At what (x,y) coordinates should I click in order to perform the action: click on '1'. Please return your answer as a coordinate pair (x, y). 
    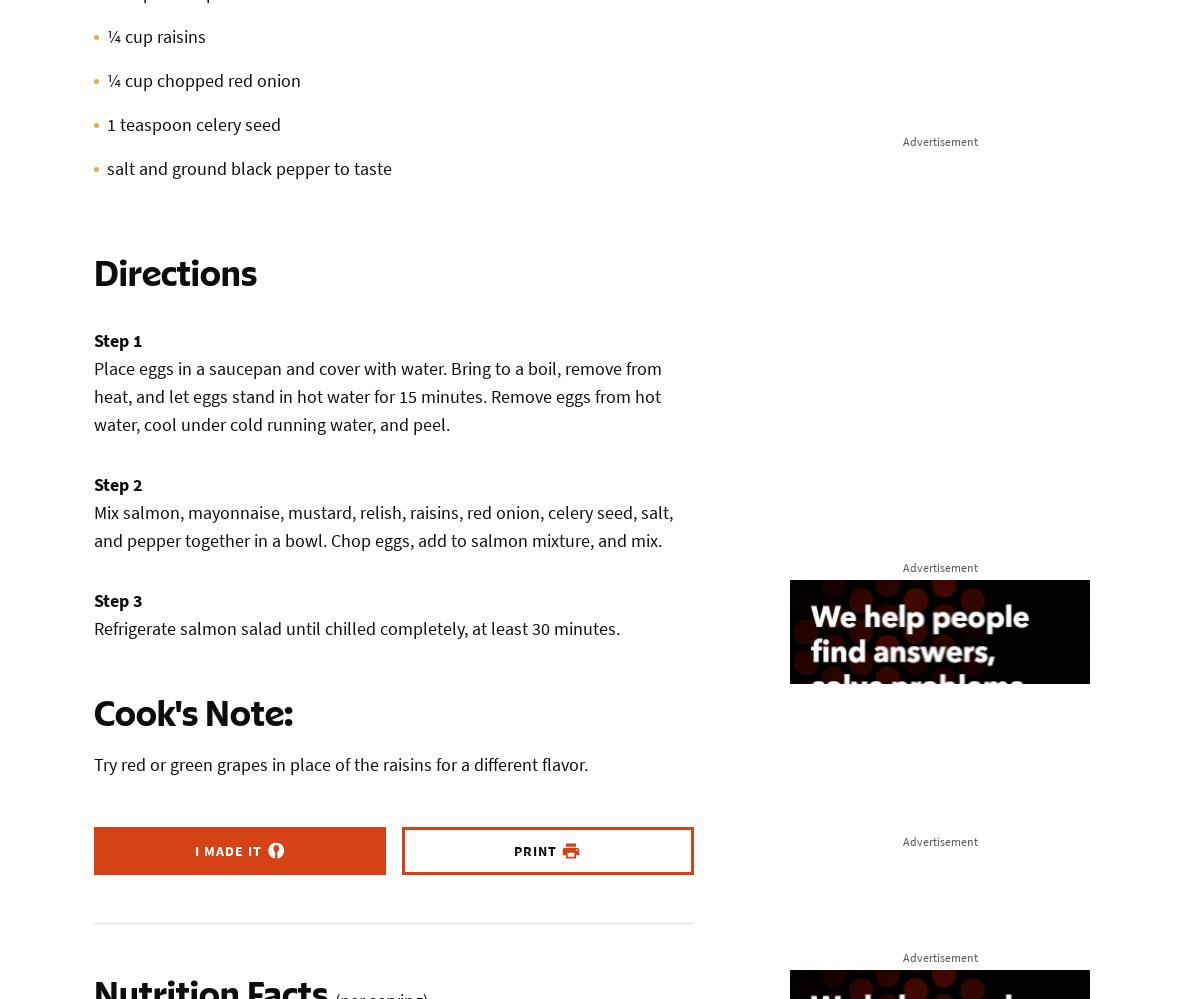
    Looking at the image, I should click on (111, 124).